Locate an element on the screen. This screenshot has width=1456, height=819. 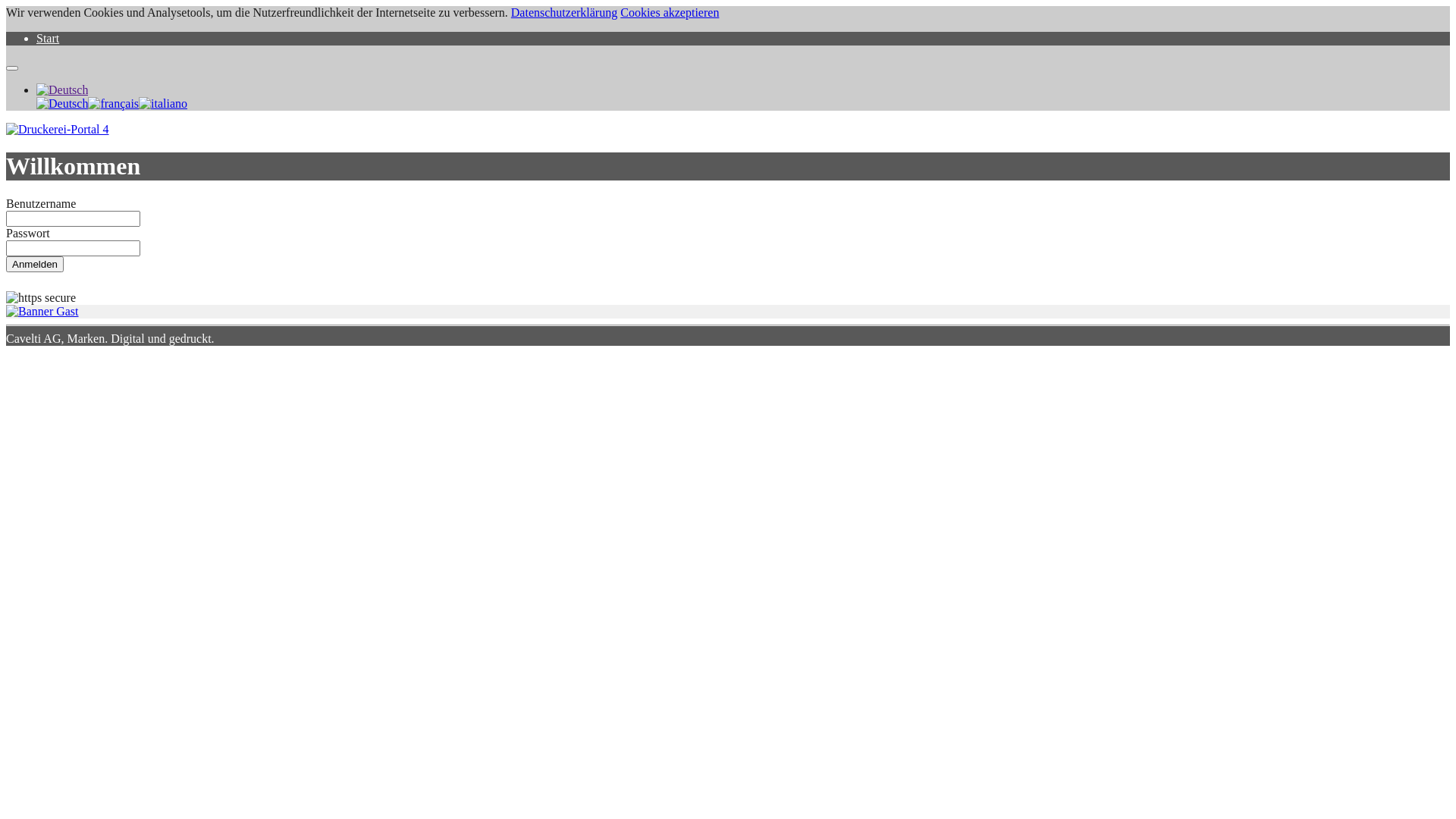
'Start' is located at coordinates (47, 37).